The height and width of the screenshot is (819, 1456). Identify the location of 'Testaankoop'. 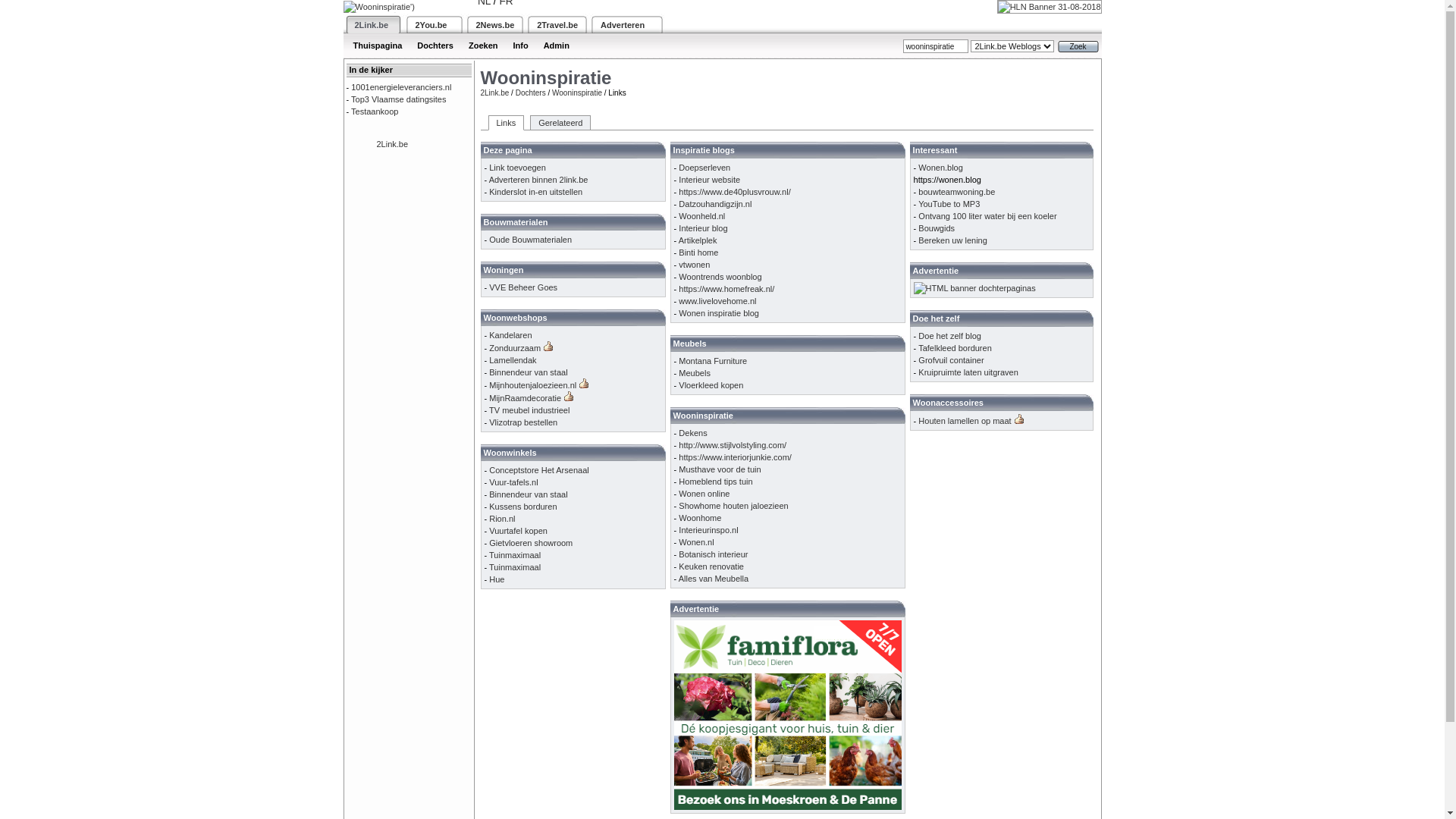
(375, 110).